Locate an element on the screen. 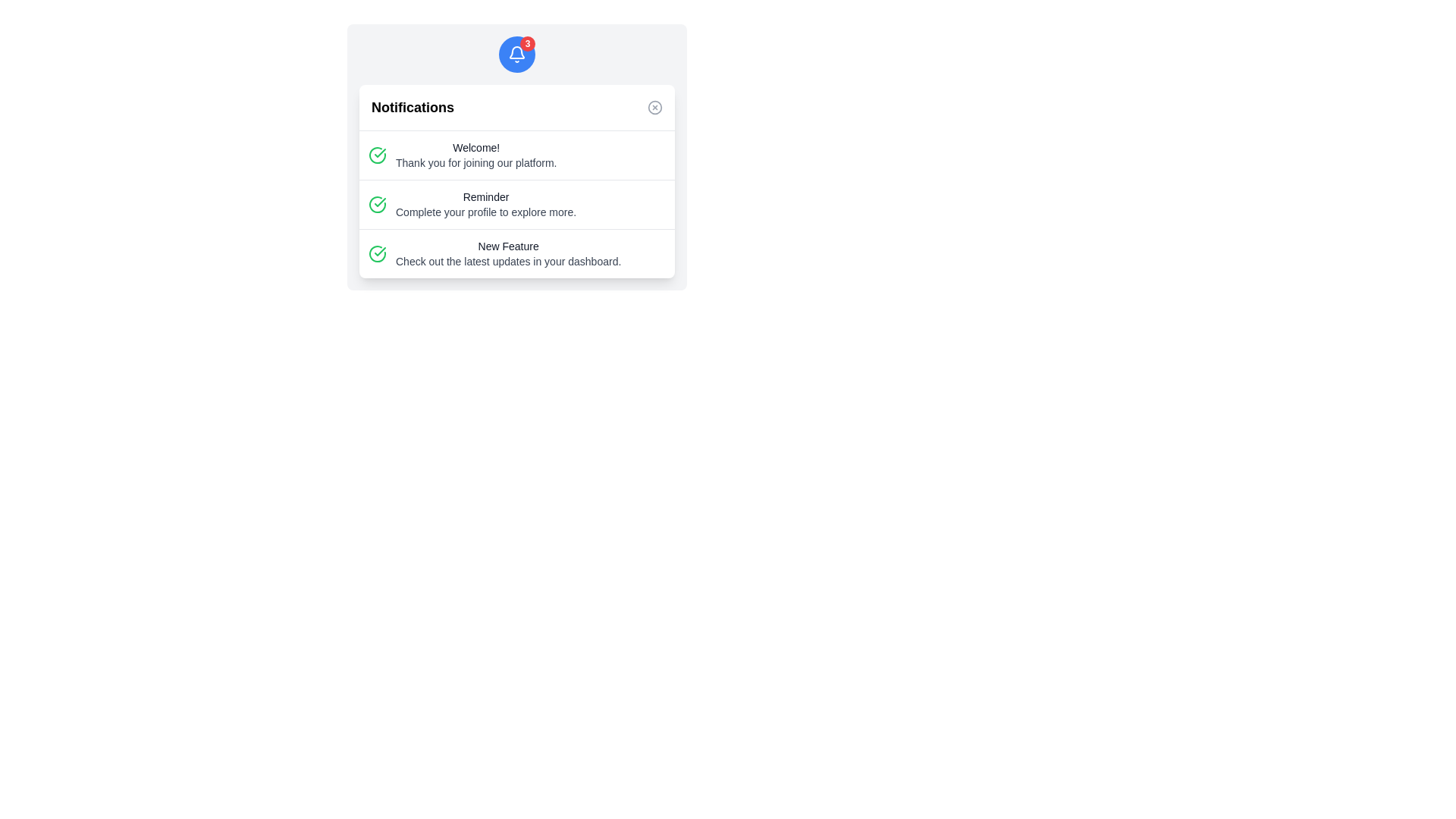 The image size is (1456, 819). the notification visually by clicking on the success icon located at the top left of the first notification item in the list is located at coordinates (380, 152).